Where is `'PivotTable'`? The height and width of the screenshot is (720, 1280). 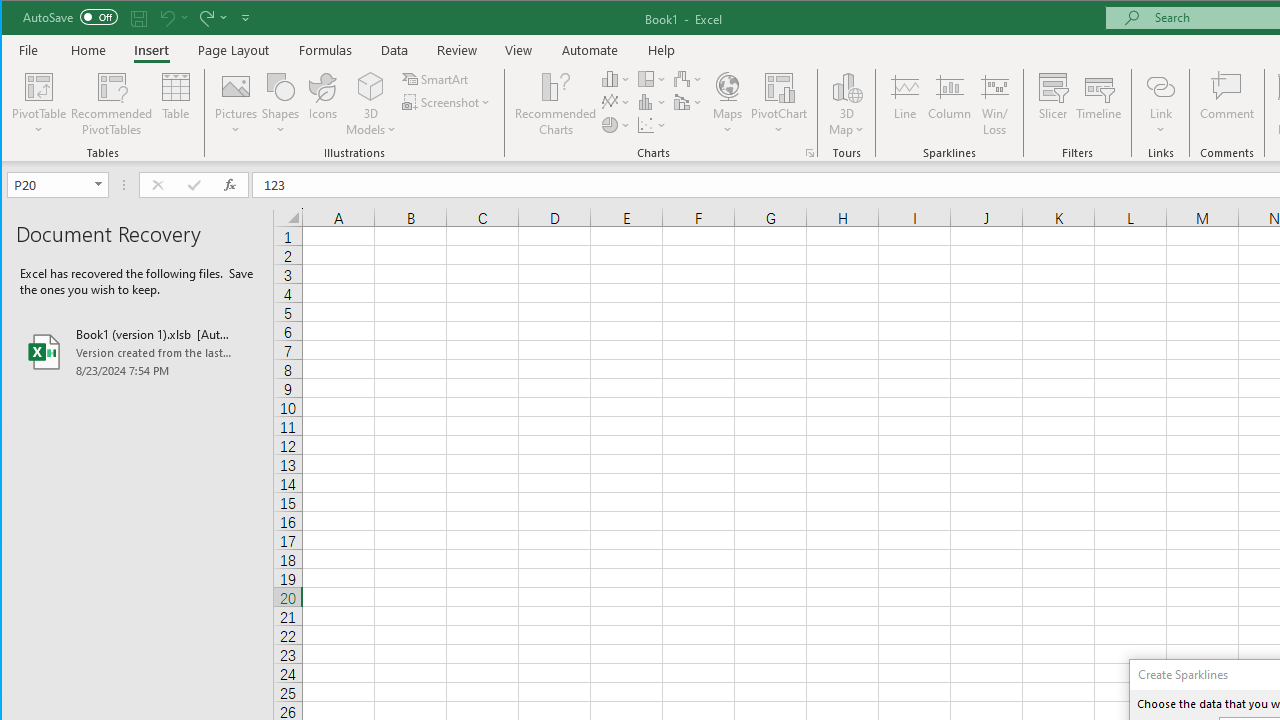 'PivotTable' is located at coordinates (39, 85).